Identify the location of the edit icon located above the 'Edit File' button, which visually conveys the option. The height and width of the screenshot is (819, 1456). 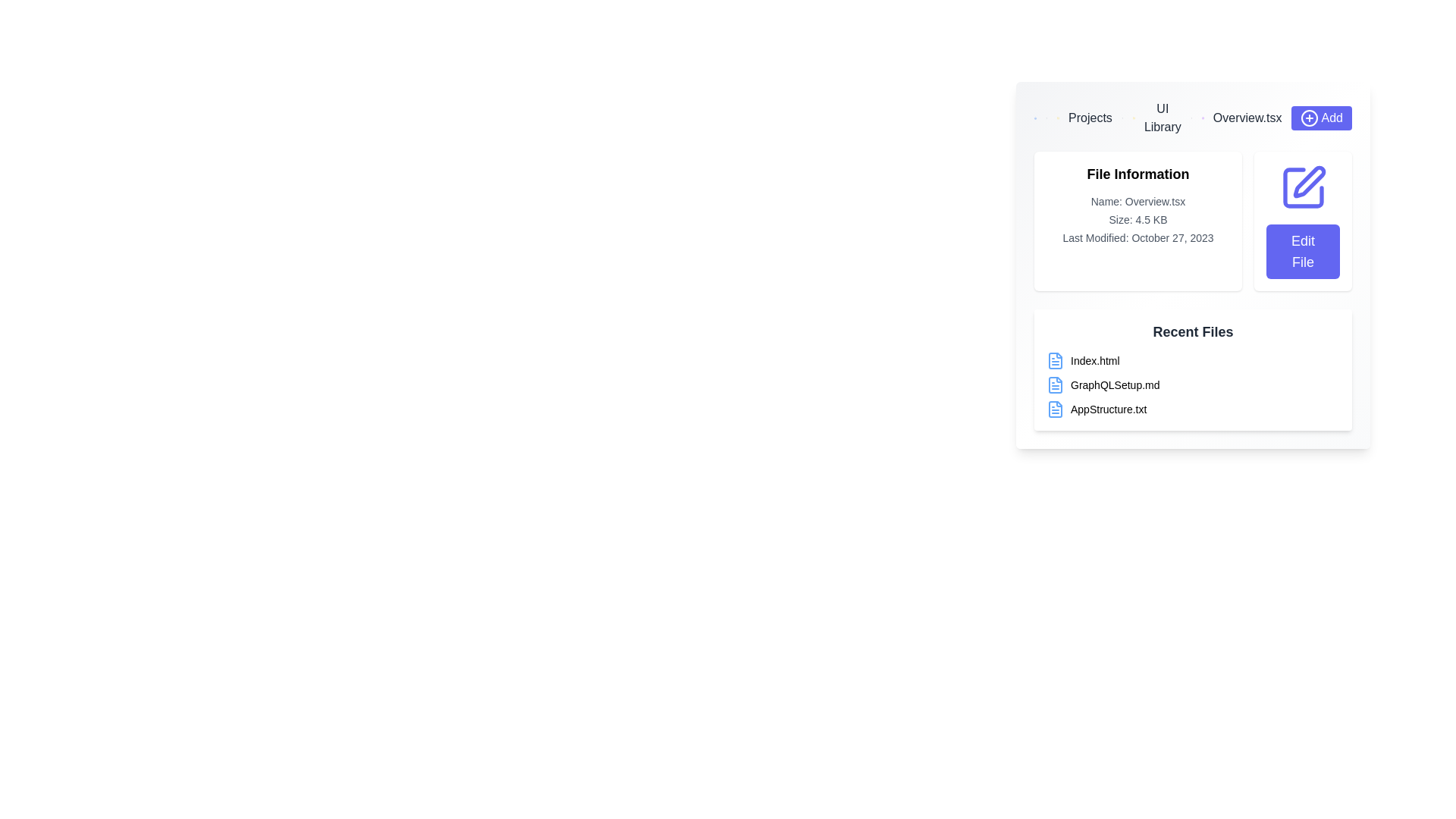
(1302, 187).